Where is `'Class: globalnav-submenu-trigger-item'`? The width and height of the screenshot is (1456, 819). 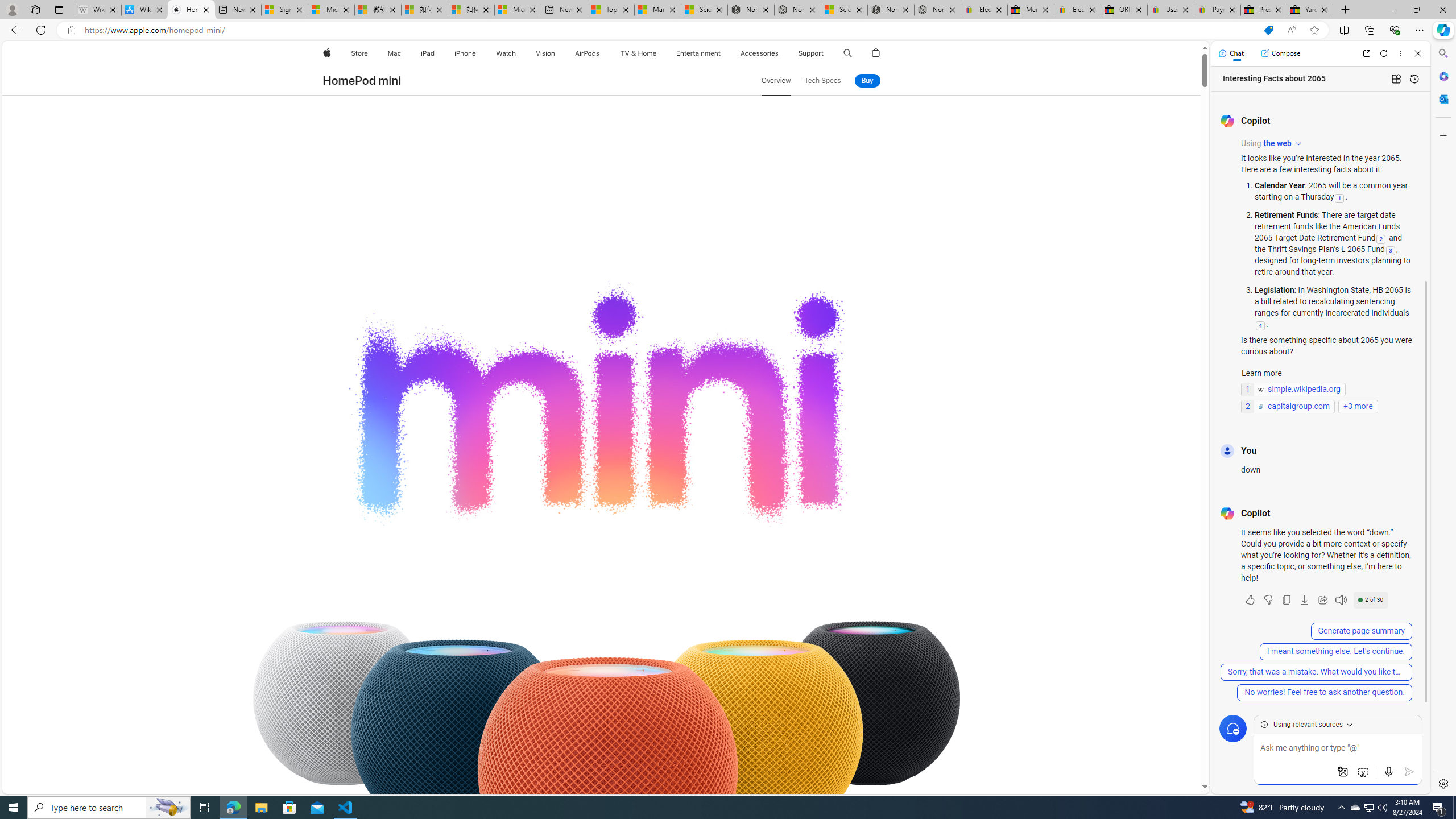 'Class: globalnav-submenu-trigger-item' is located at coordinates (825, 53).